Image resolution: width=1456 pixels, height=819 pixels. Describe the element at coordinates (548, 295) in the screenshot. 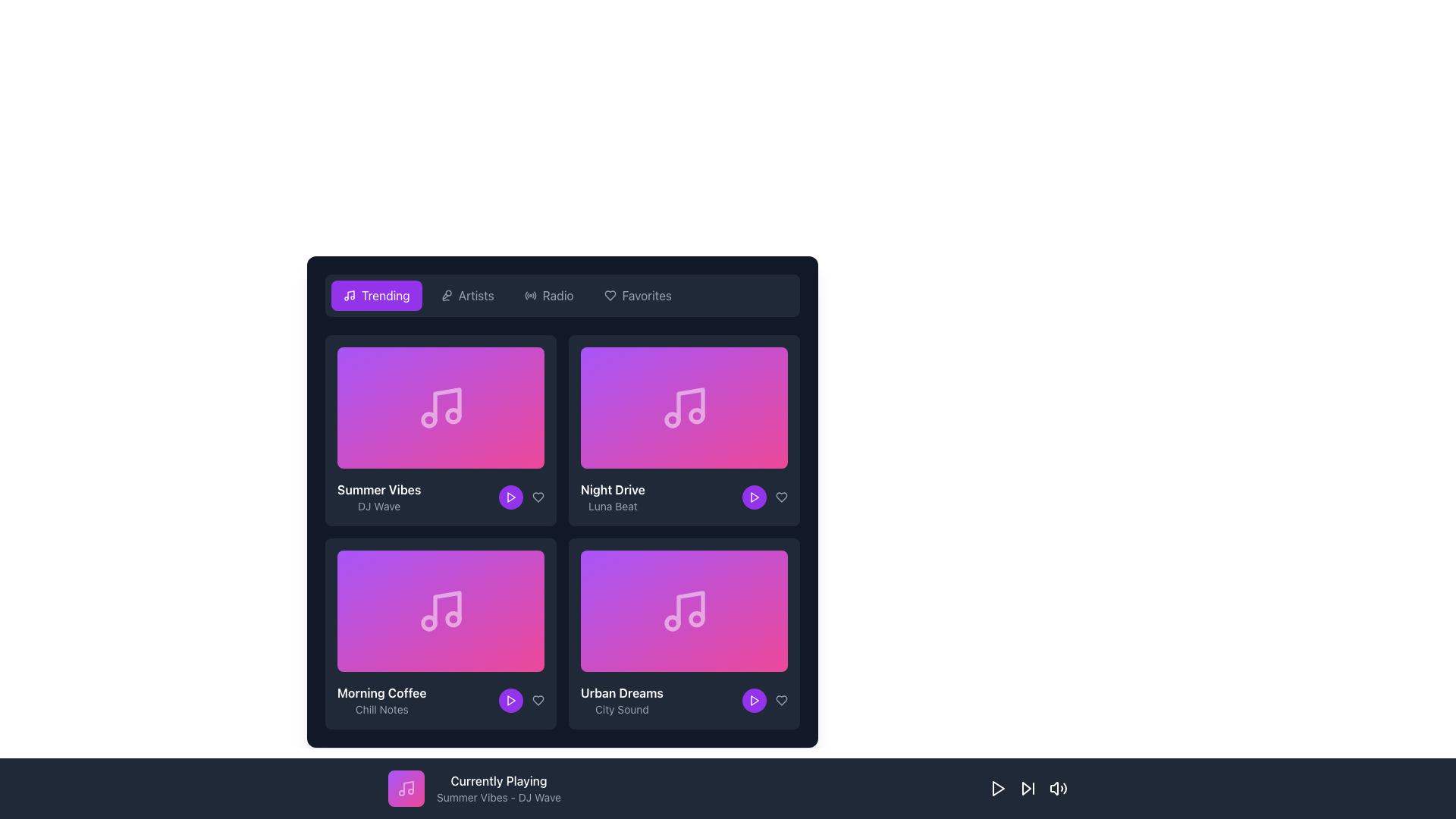

I see `the third button in the horizontal navigation bar` at that location.